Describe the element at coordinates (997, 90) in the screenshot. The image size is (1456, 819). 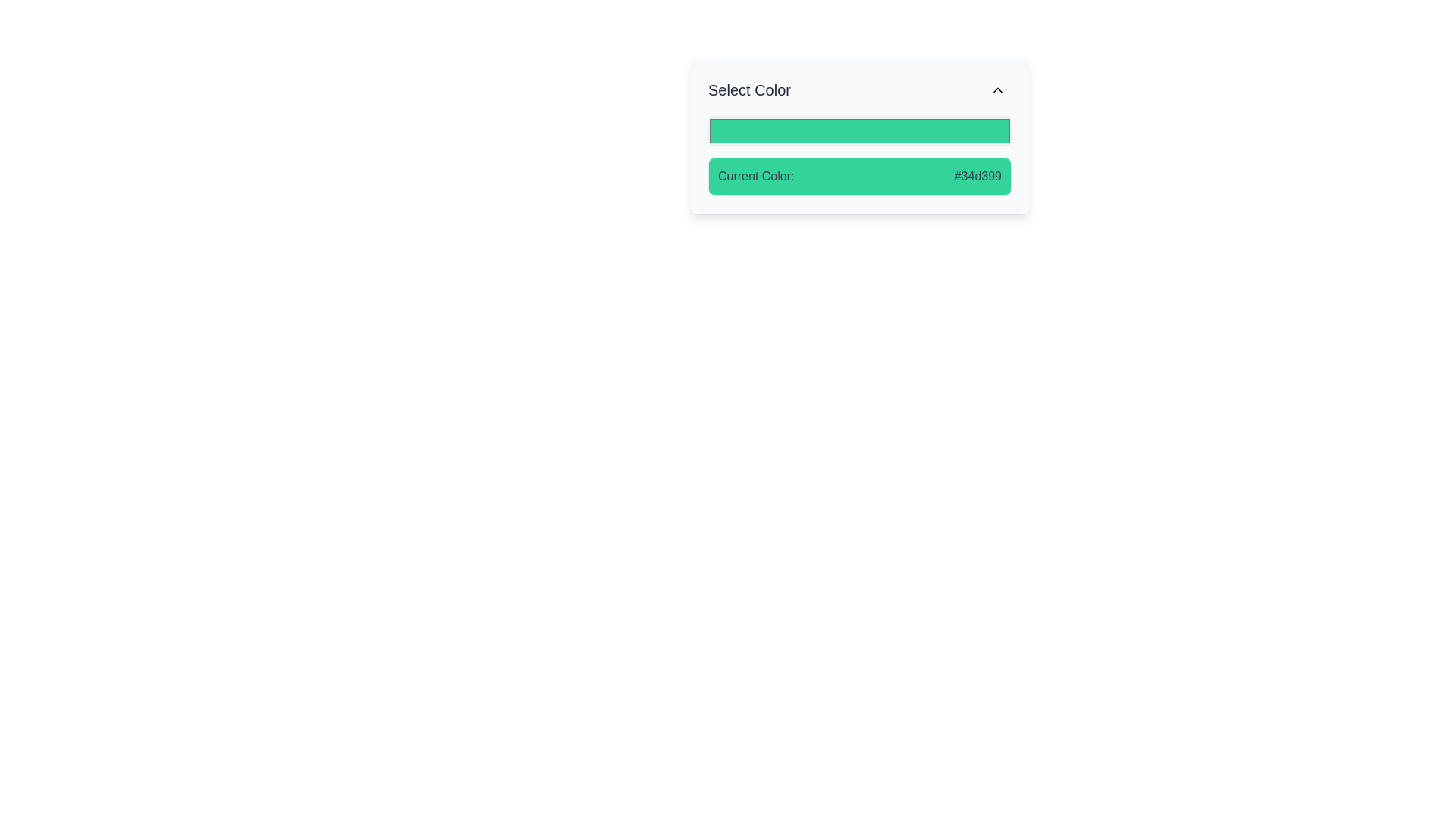
I see `the chevron (upwards arrow) located in the top-right corner of the 'Select Color' card` at that location.